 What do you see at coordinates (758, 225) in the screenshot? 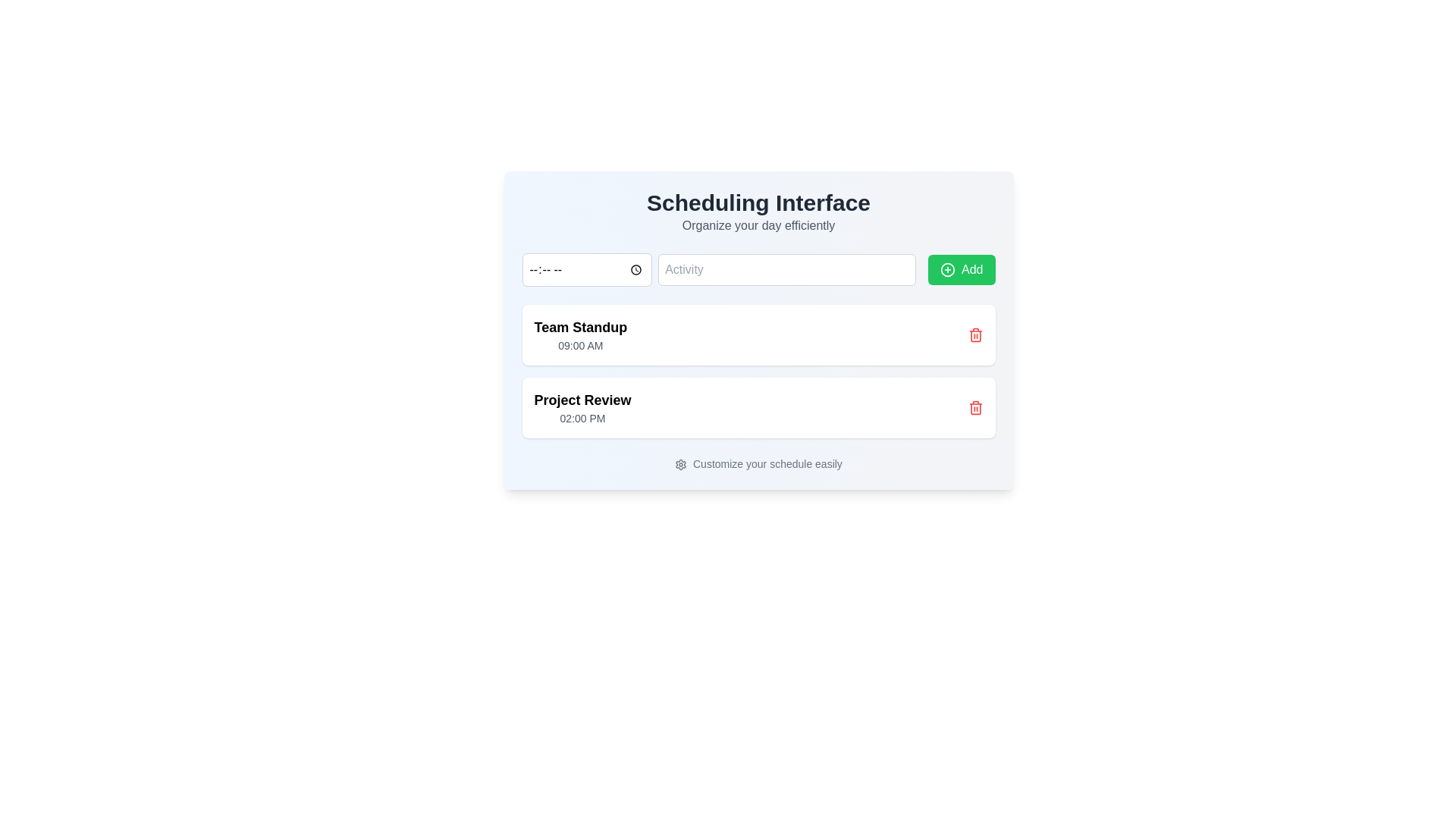
I see `the text label providing a brief description beneath the title 'Scheduling Interface'` at bounding box center [758, 225].